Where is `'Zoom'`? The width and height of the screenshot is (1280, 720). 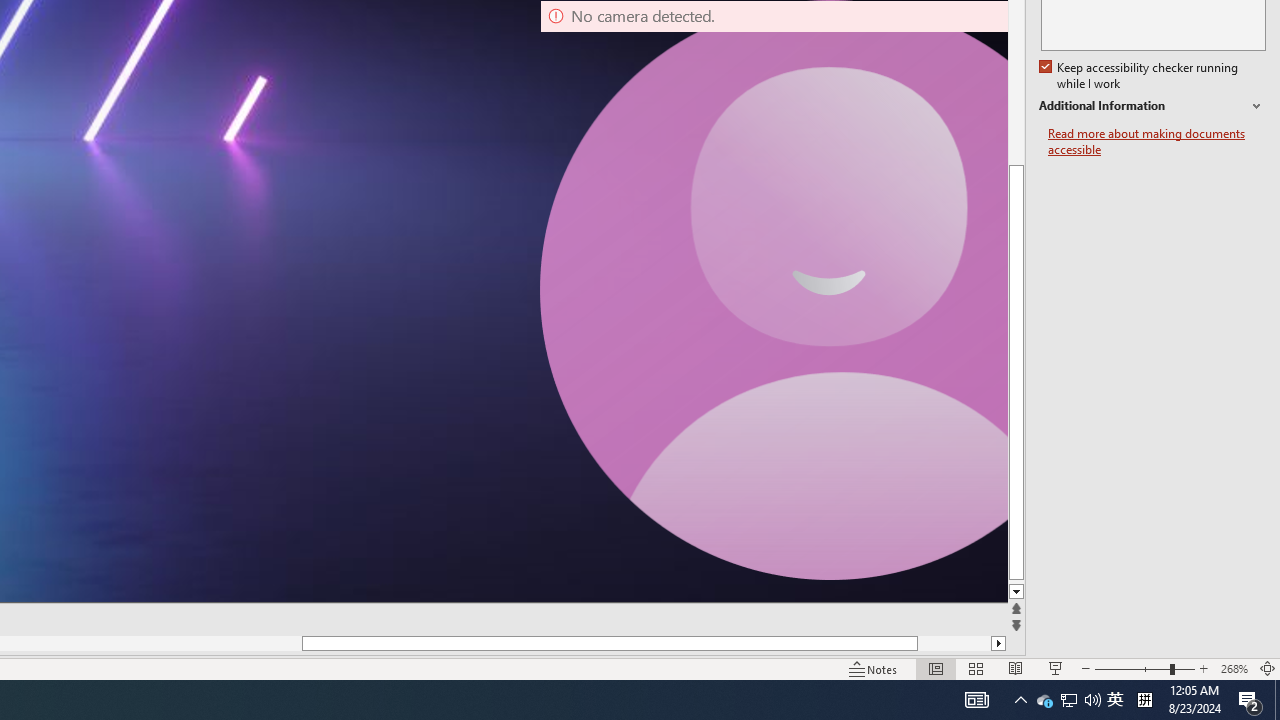
'Zoom' is located at coordinates (1144, 669).